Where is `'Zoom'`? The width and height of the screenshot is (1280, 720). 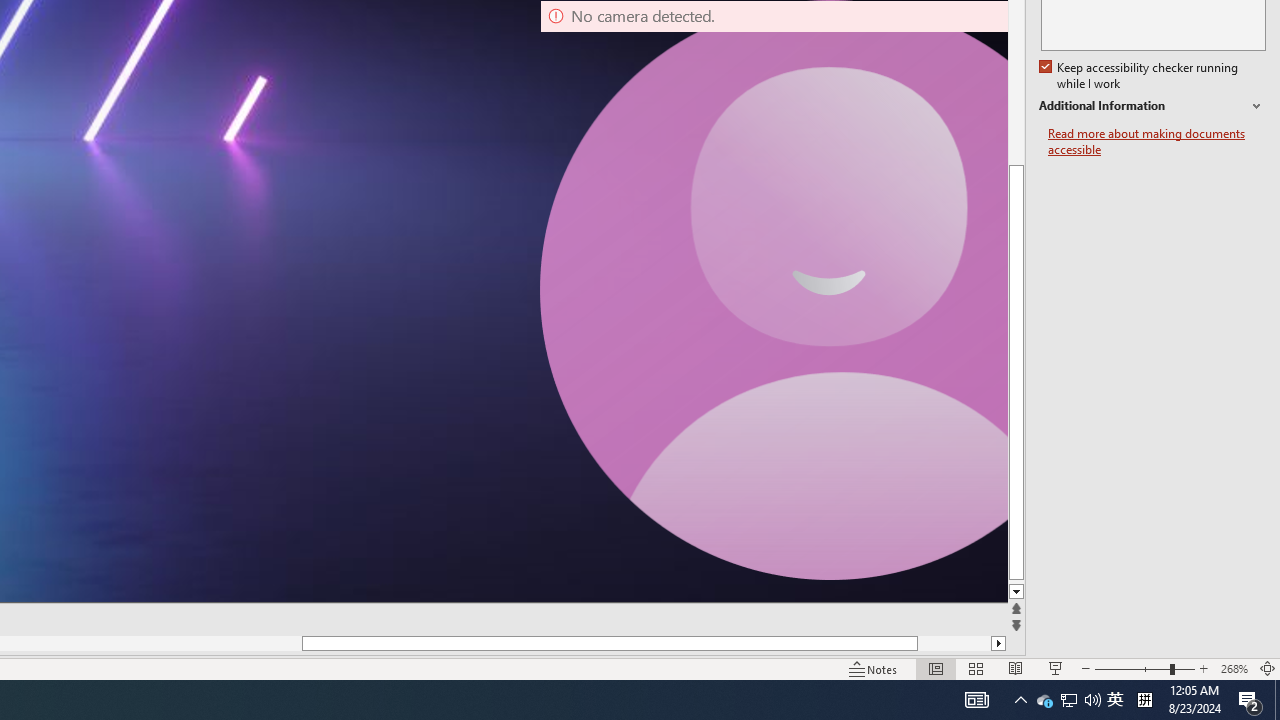
'Zoom' is located at coordinates (1144, 669).